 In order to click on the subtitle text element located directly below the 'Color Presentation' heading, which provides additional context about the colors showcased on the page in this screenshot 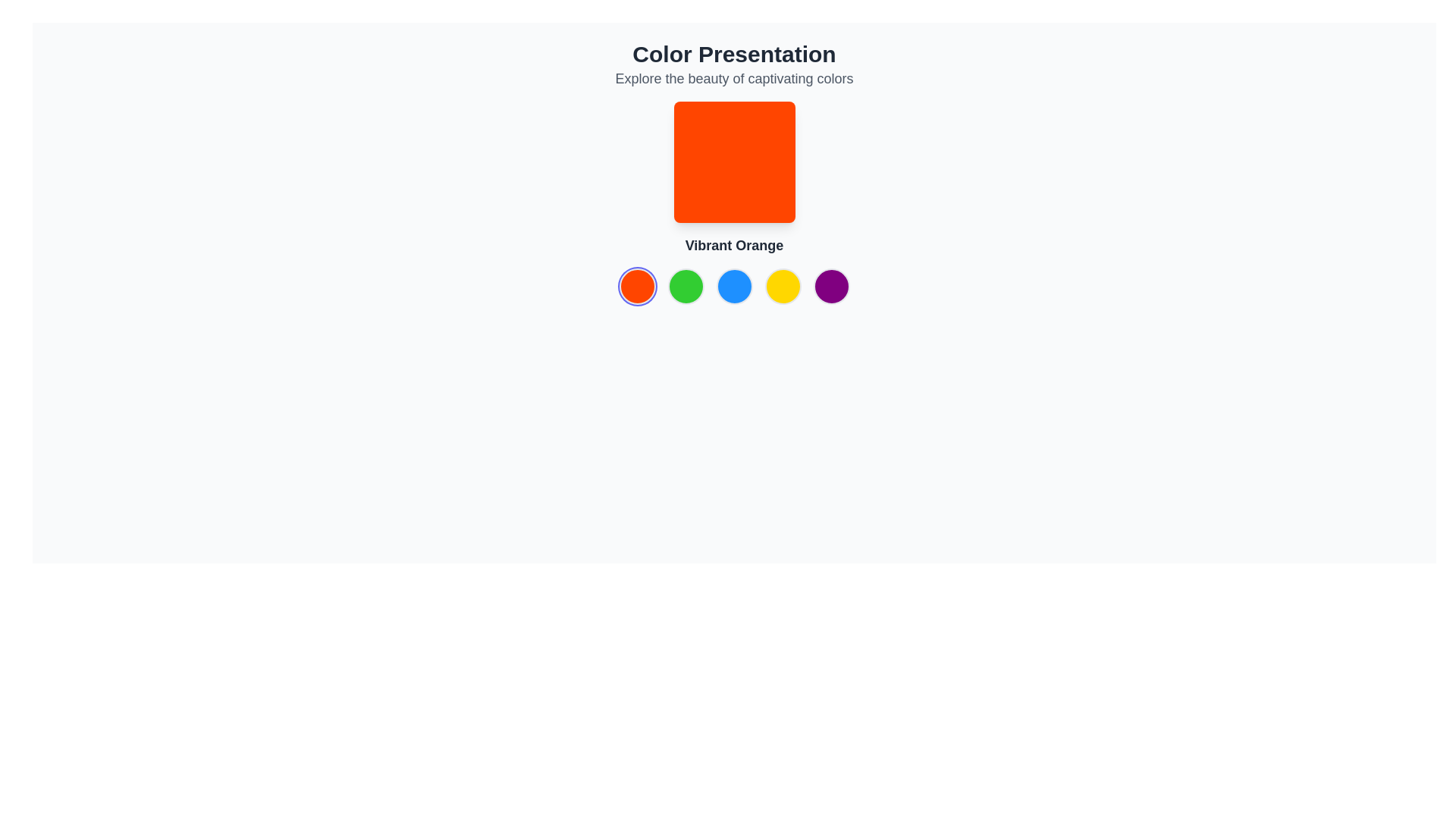, I will do `click(734, 79)`.